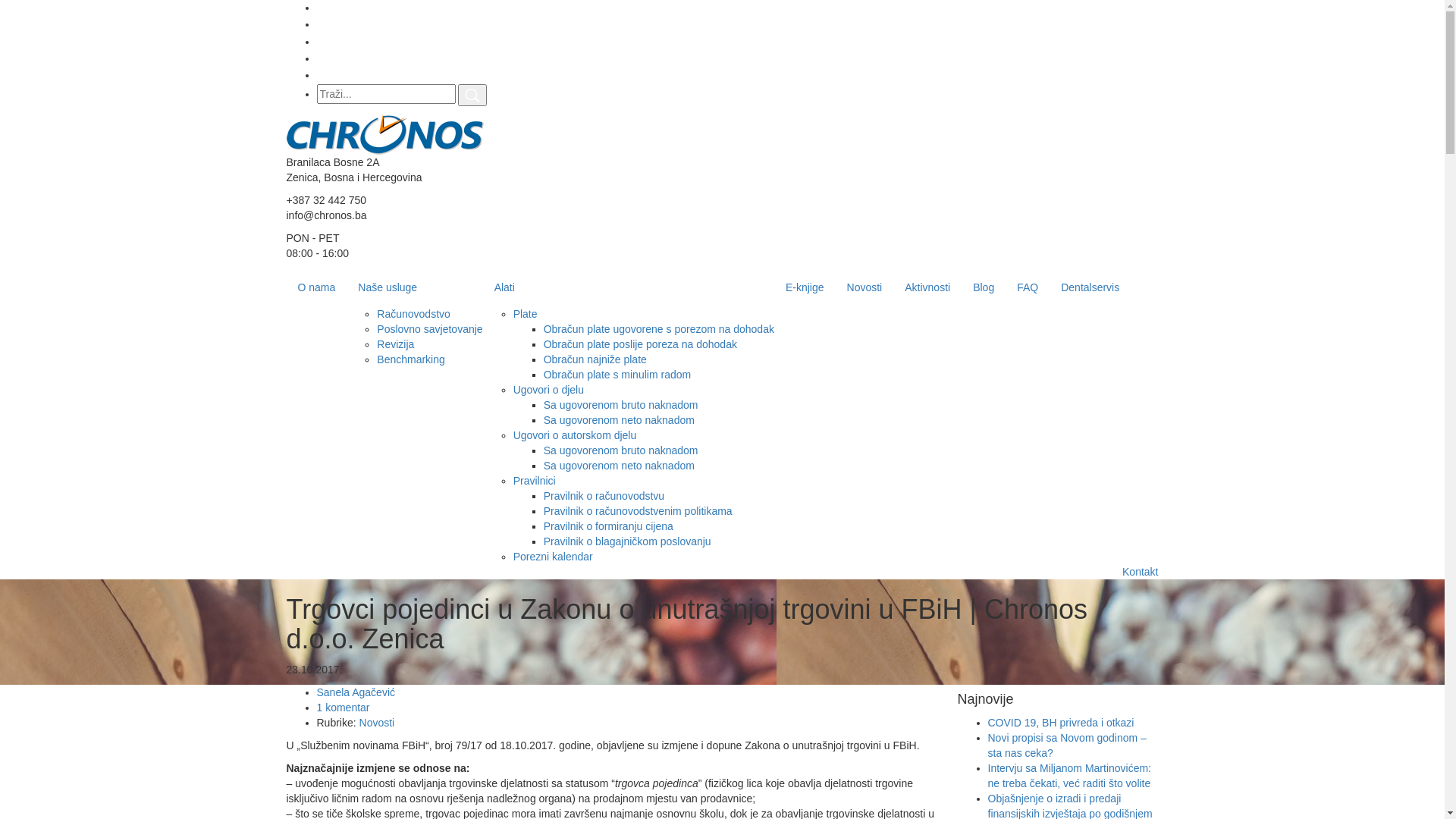  Describe the element at coordinates (525, 312) in the screenshot. I see `'Plate'` at that location.